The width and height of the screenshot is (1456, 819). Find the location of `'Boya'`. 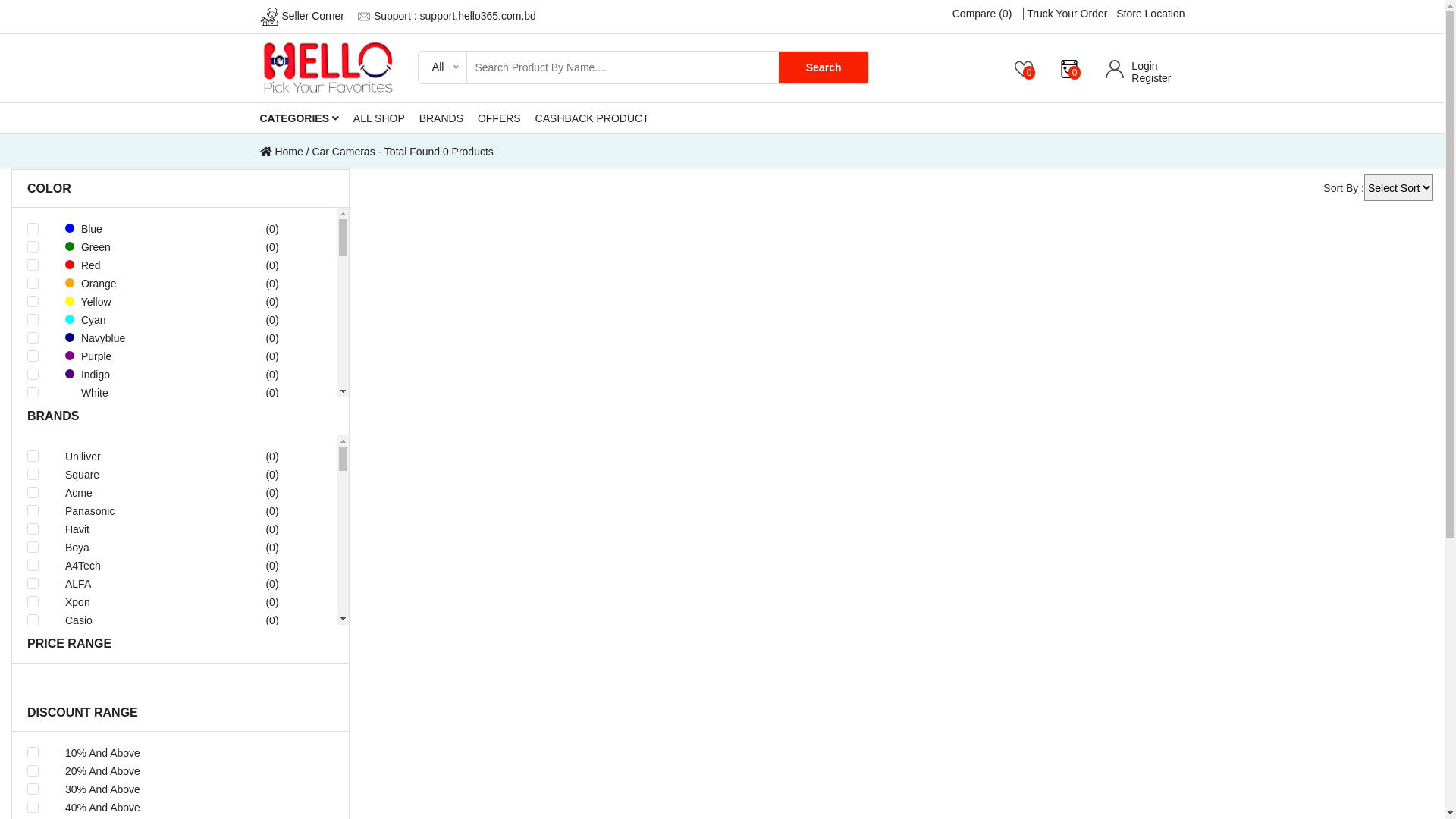

'Boya' is located at coordinates (42, 547).